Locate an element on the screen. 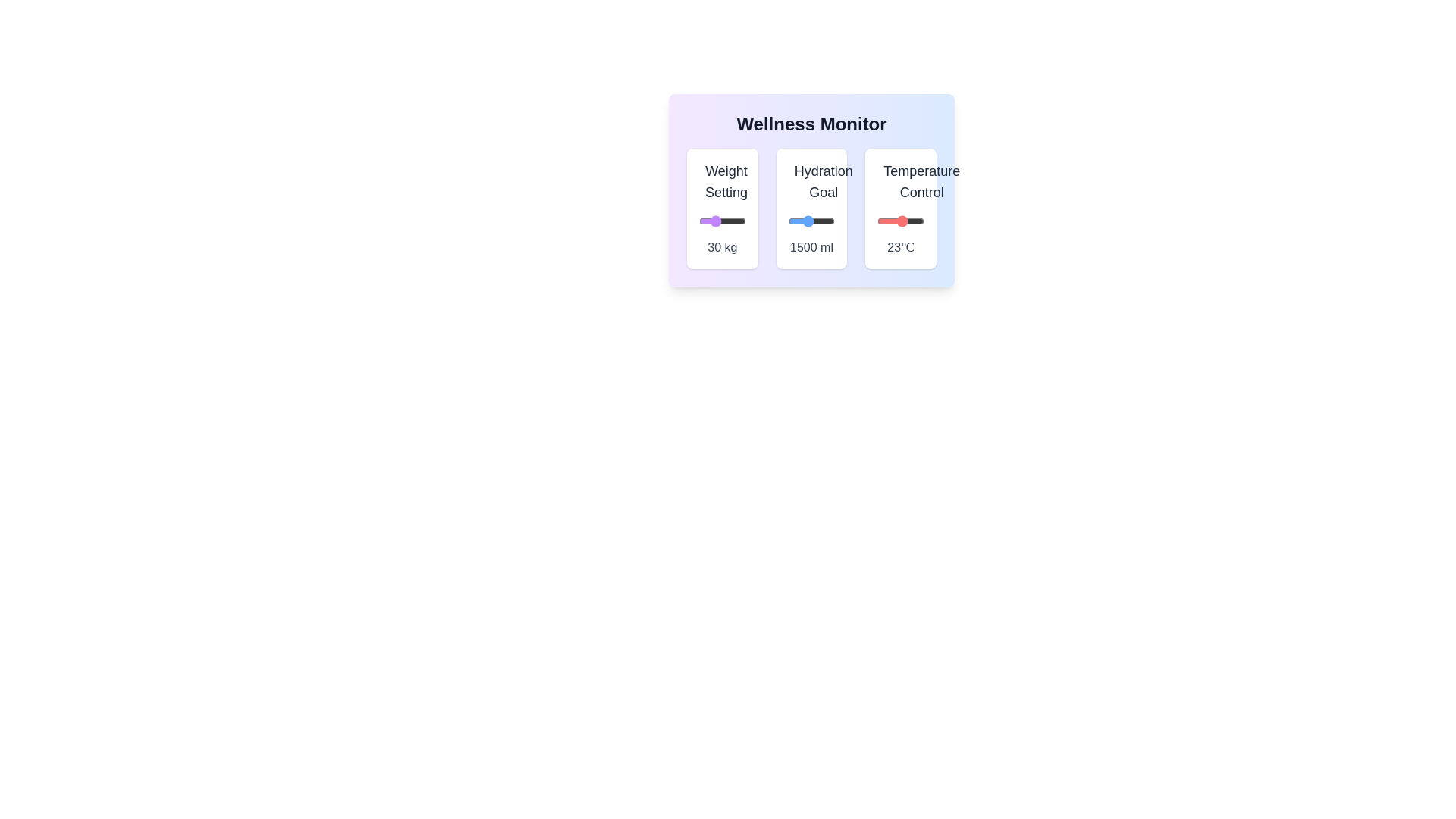 The width and height of the screenshot is (1456, 819). the temperature display label located at the bottom of the 'Temperature Control' card, beneath the red slider control is located at coordinates (901, 247).